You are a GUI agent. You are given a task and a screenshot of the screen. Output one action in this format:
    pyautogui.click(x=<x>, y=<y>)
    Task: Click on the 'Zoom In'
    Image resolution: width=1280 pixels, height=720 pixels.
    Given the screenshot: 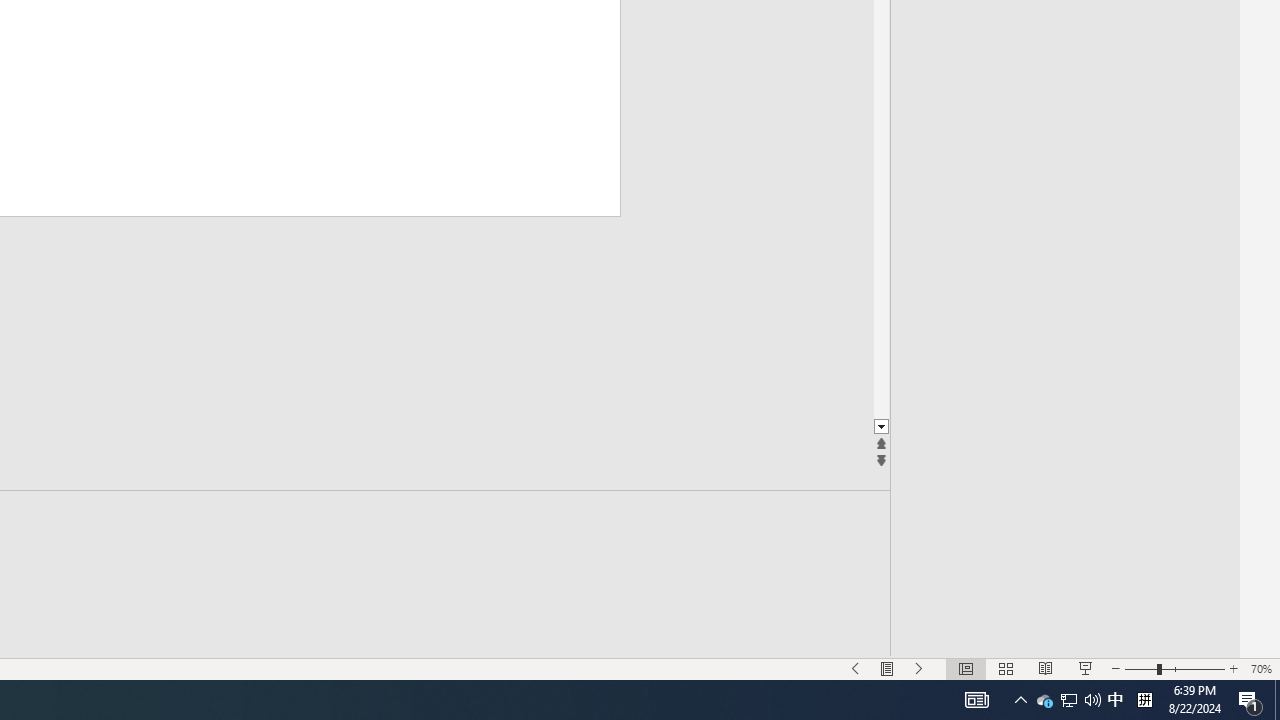 What is the action you would take?
    pyautogui.click(x=1232, y=669)
    